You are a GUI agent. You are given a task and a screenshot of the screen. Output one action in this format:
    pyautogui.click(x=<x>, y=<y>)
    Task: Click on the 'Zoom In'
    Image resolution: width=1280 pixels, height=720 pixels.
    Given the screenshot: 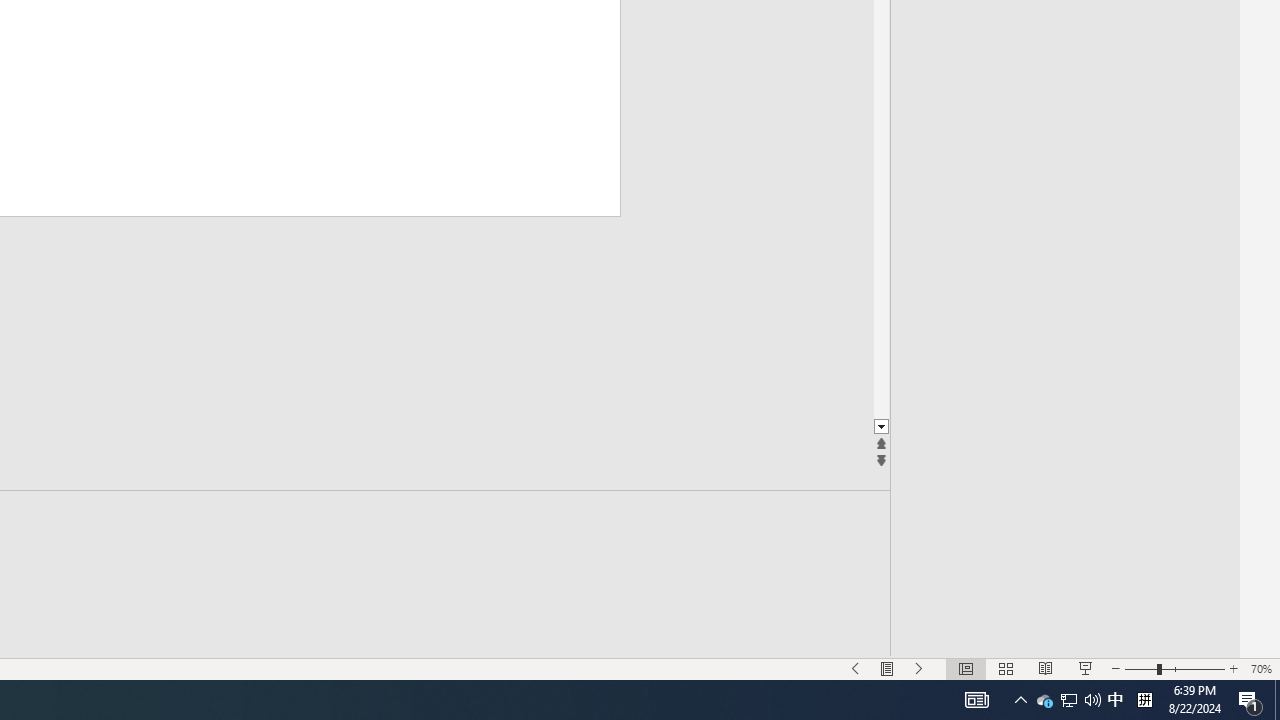 What is the action you would take?
    pyautogui.click(x=1232, y=669)
    